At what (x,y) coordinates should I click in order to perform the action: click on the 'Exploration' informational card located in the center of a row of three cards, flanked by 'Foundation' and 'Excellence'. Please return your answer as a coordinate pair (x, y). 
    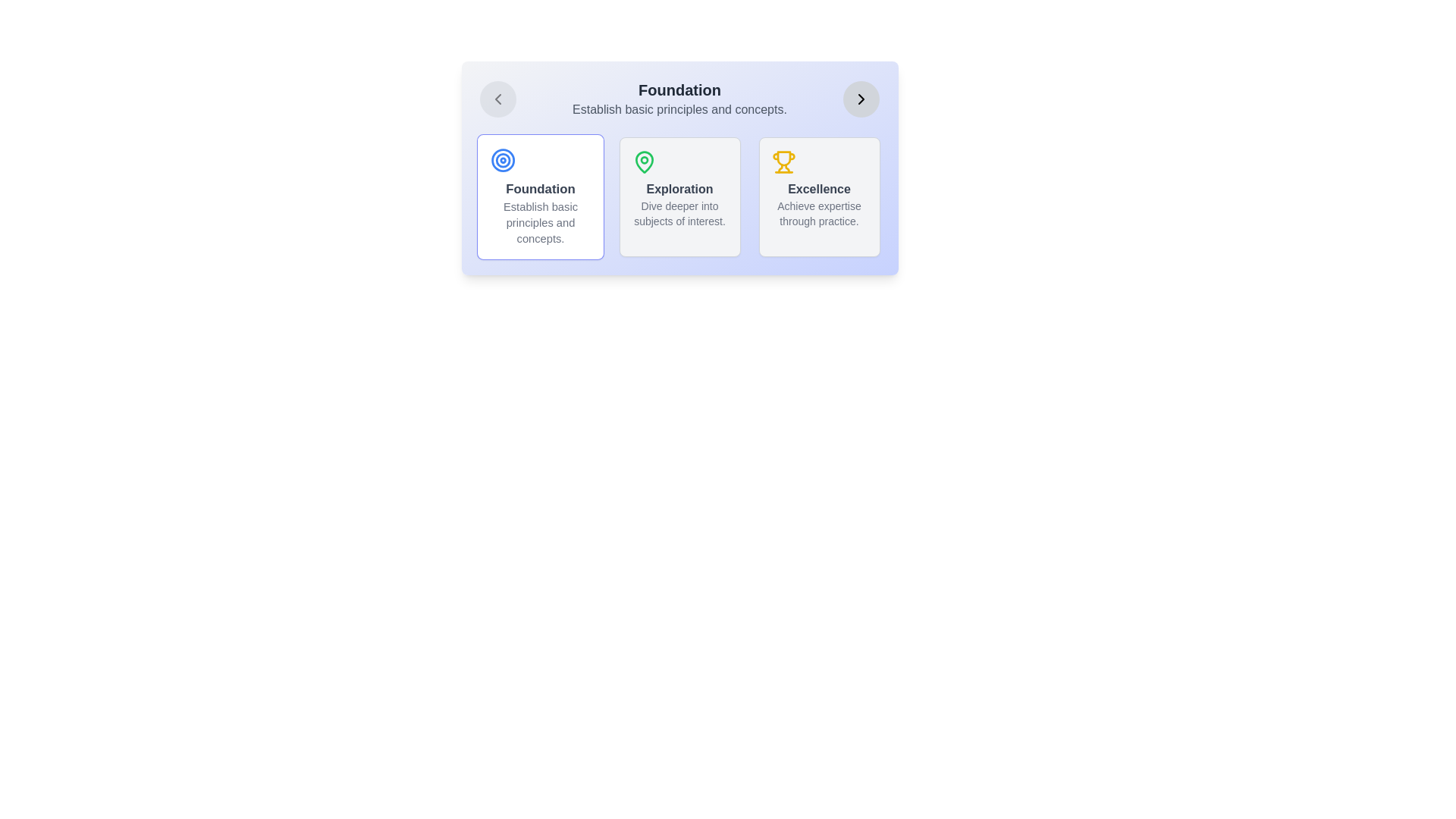
    Looking at the image, I should click on (679, 168).